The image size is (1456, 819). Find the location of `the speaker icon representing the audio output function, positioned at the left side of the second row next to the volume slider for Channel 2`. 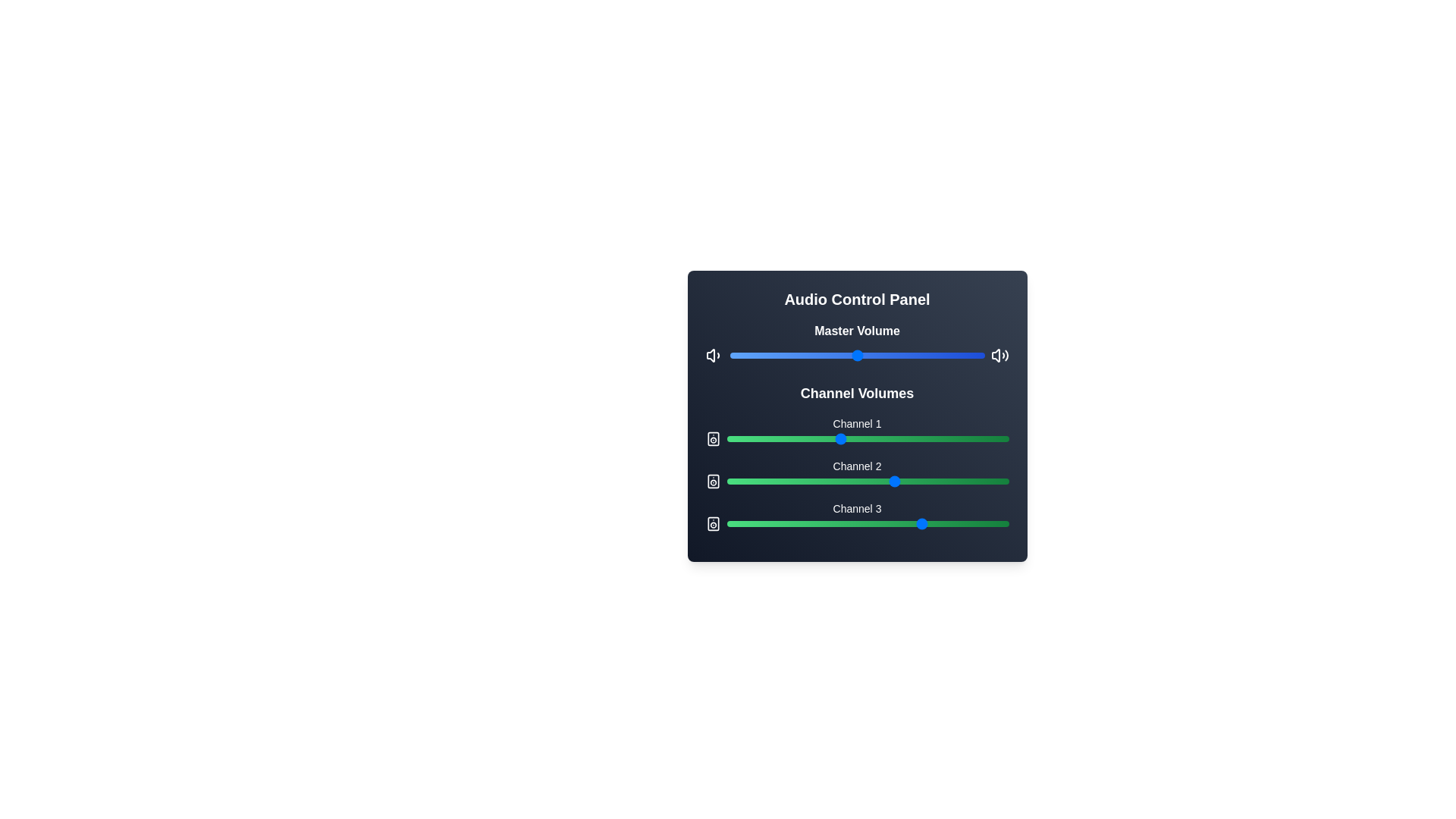

the speaker icon representing the audio output function, positioned at the left side of the second row next to the volume slider for Channel 2 is located at coordinates (712, 482).